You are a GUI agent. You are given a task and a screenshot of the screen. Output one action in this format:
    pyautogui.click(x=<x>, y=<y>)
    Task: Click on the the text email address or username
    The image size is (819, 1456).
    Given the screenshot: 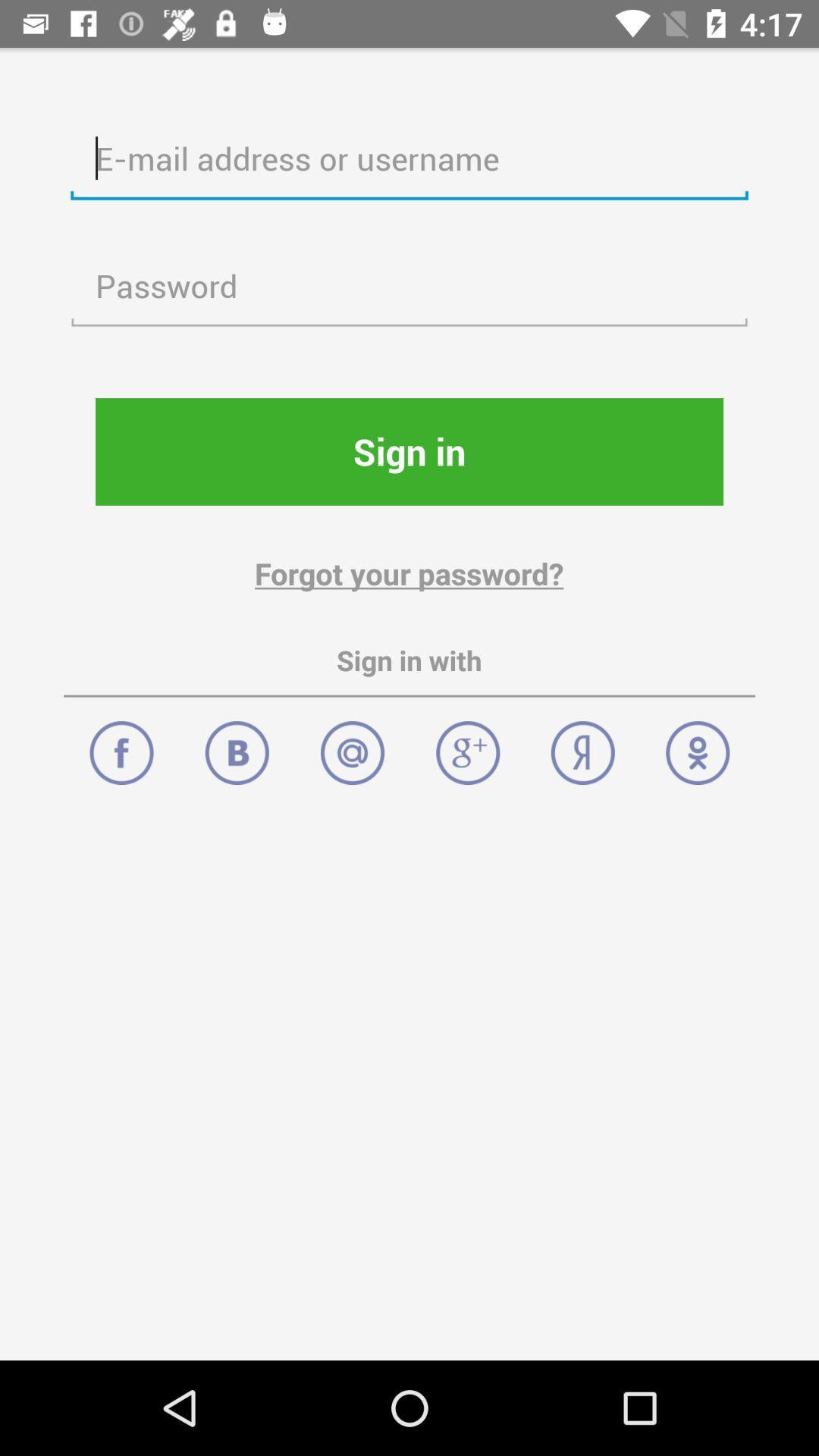 What is the action you would take?
    pyautogui.click(x=409, y=159)
    